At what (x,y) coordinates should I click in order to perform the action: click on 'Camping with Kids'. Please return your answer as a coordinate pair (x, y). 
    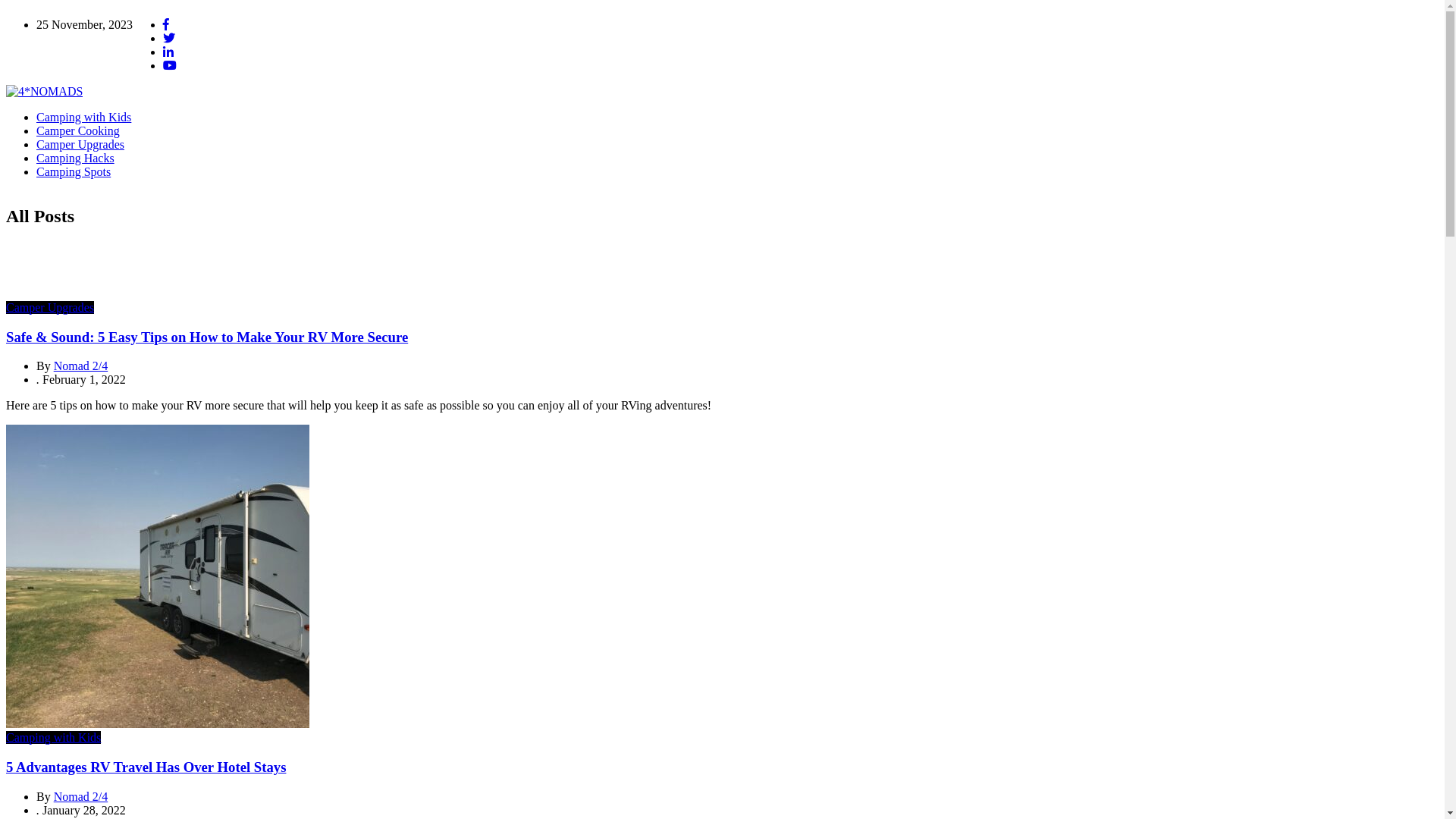
    Looking at the image, I should click on (83, 116).